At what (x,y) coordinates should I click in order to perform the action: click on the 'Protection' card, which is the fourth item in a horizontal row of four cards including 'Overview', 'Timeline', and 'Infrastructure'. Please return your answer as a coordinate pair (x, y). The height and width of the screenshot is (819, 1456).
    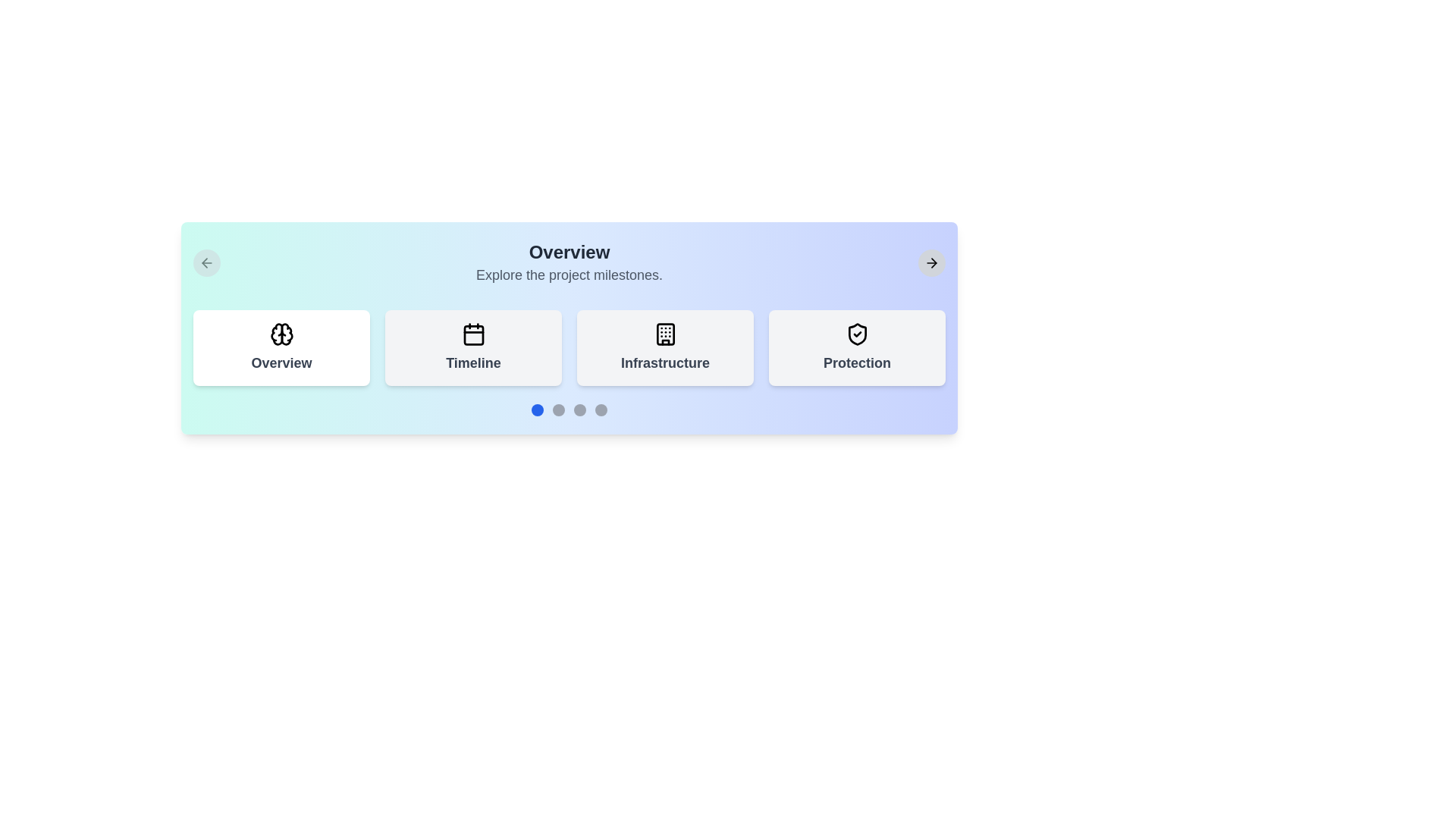
    Looking at the image, I should click on (857, 348).